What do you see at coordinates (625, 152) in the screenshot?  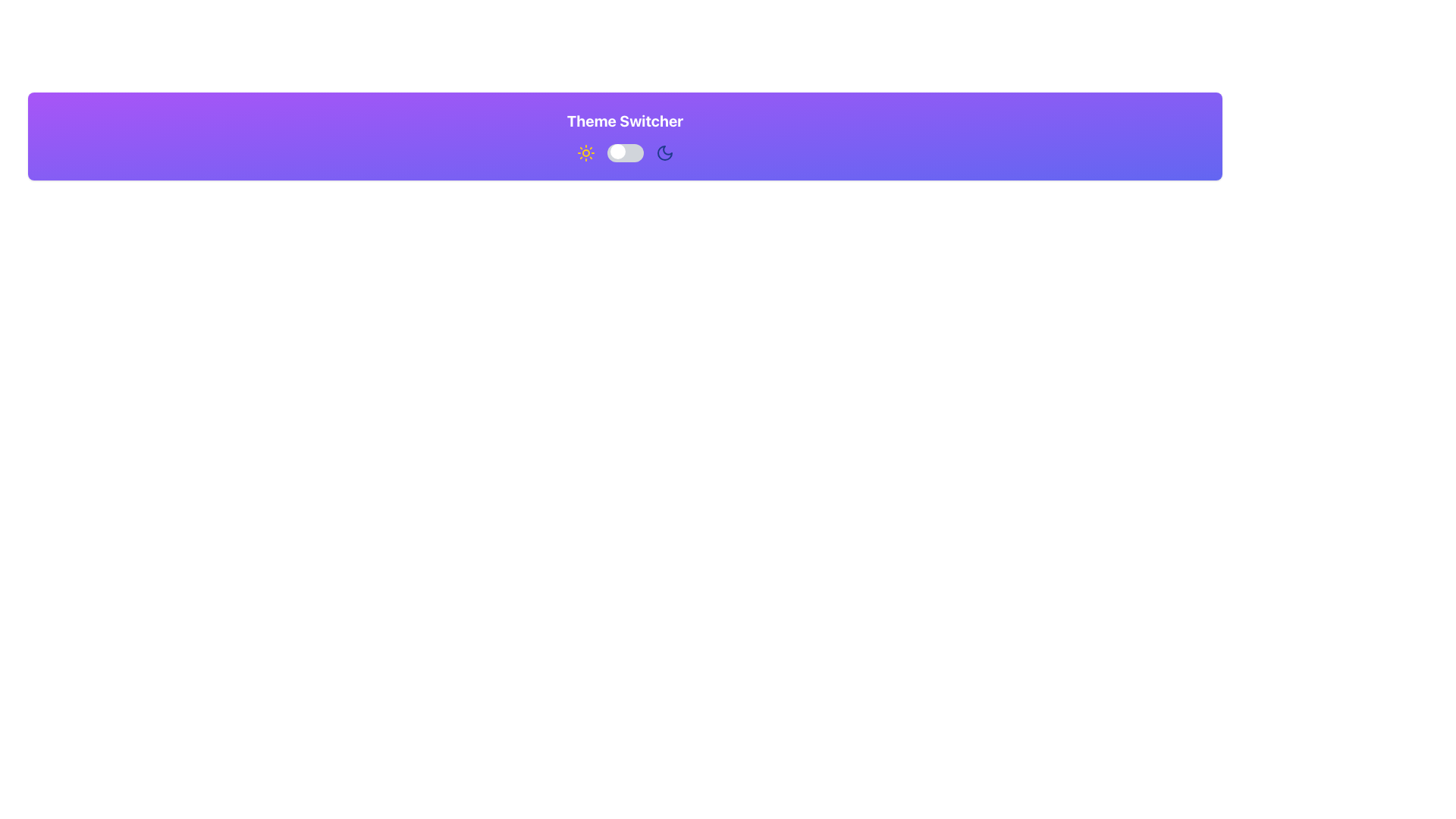 I see `the toggle switch, which is part of the 'Theme Switcher' group` at bounding box center [625, 152].